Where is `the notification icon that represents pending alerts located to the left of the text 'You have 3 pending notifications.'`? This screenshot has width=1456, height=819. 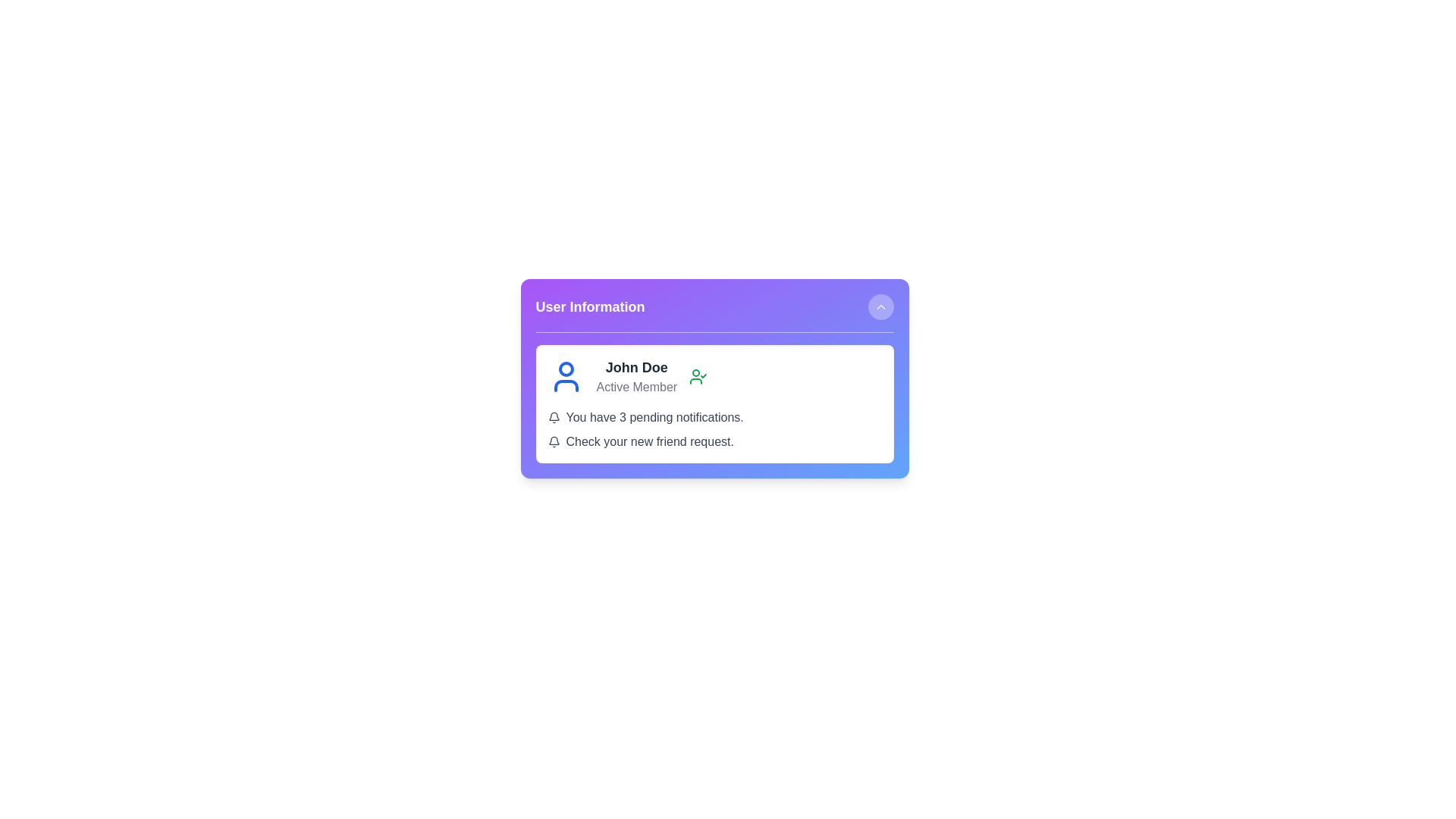 the notification icon that represents pending alerts located to the left of the text 'You have 3 pending notifications.' is located at coordinates (553, 418).